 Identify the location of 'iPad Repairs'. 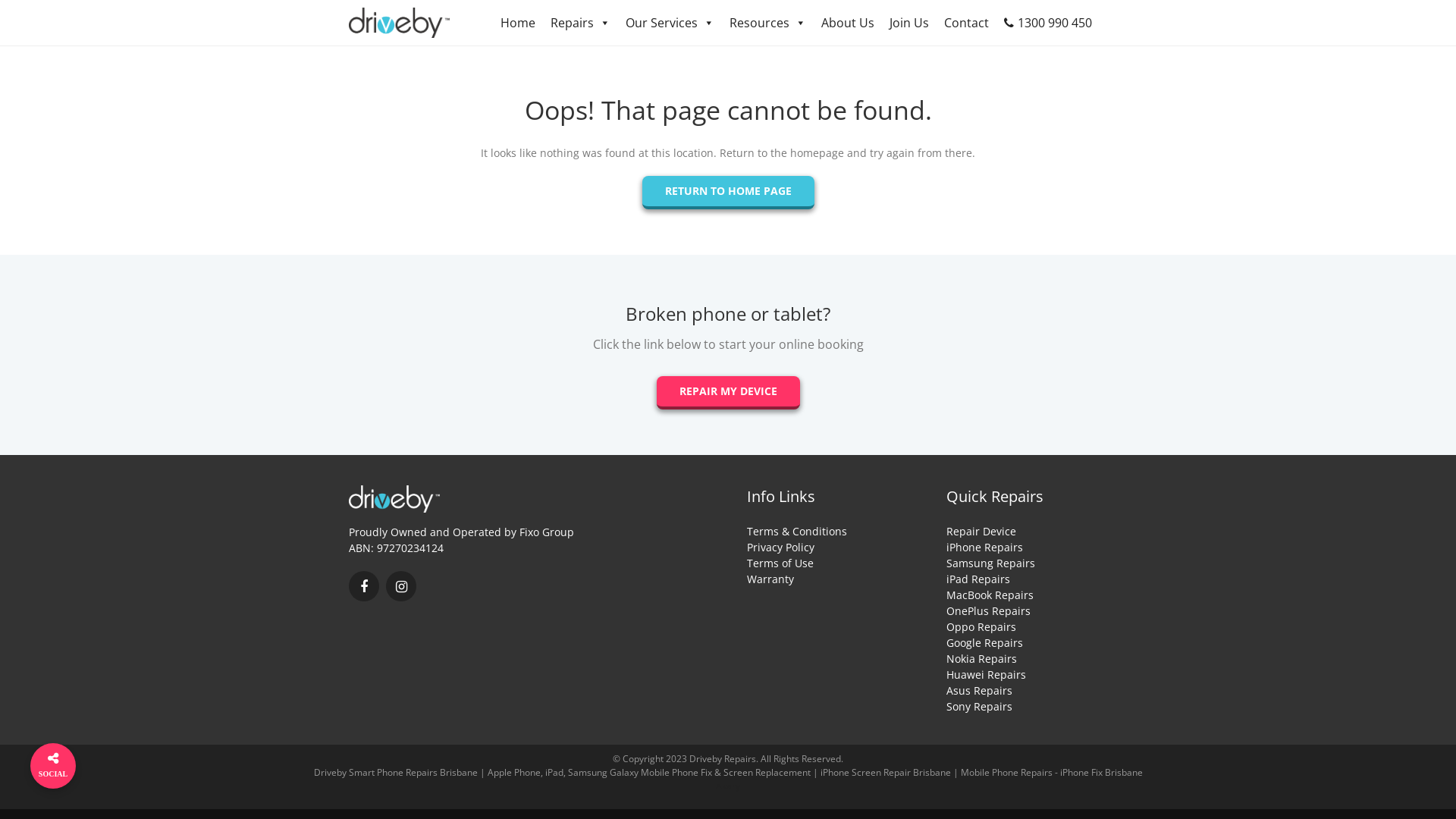
(978, 579).